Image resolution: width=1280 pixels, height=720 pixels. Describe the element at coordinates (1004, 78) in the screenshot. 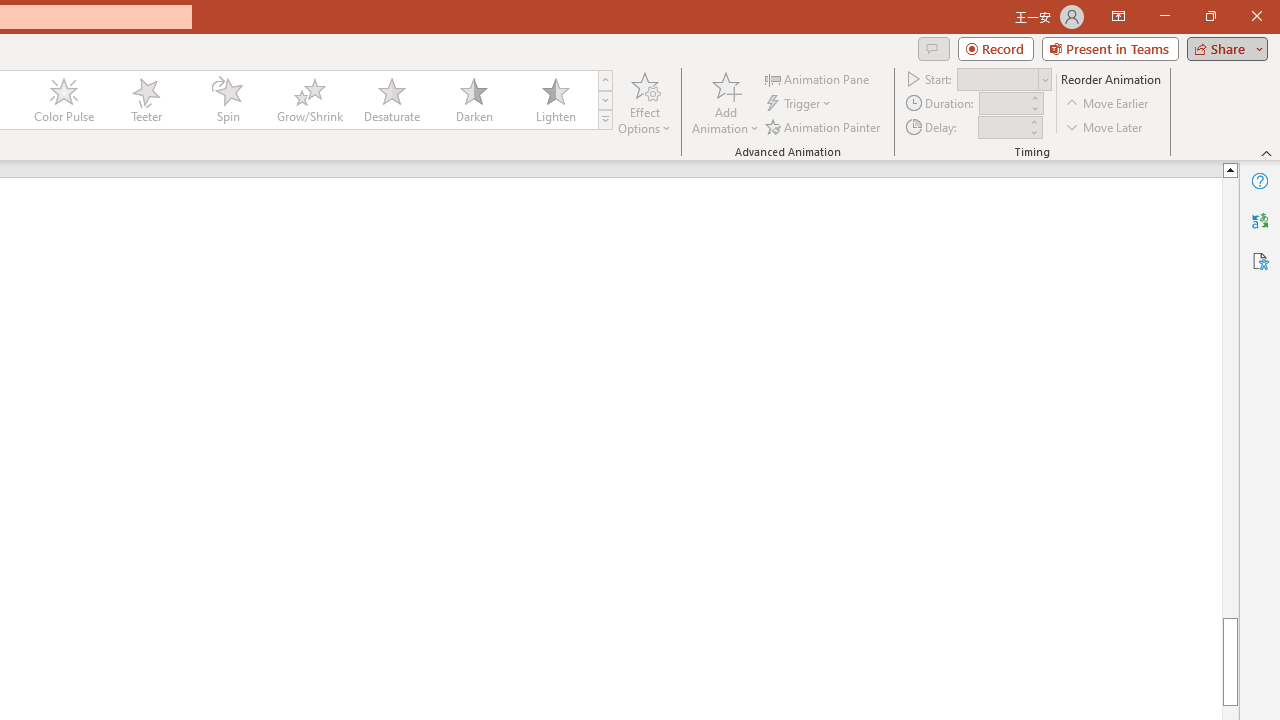

I see `'Start'` at that location.